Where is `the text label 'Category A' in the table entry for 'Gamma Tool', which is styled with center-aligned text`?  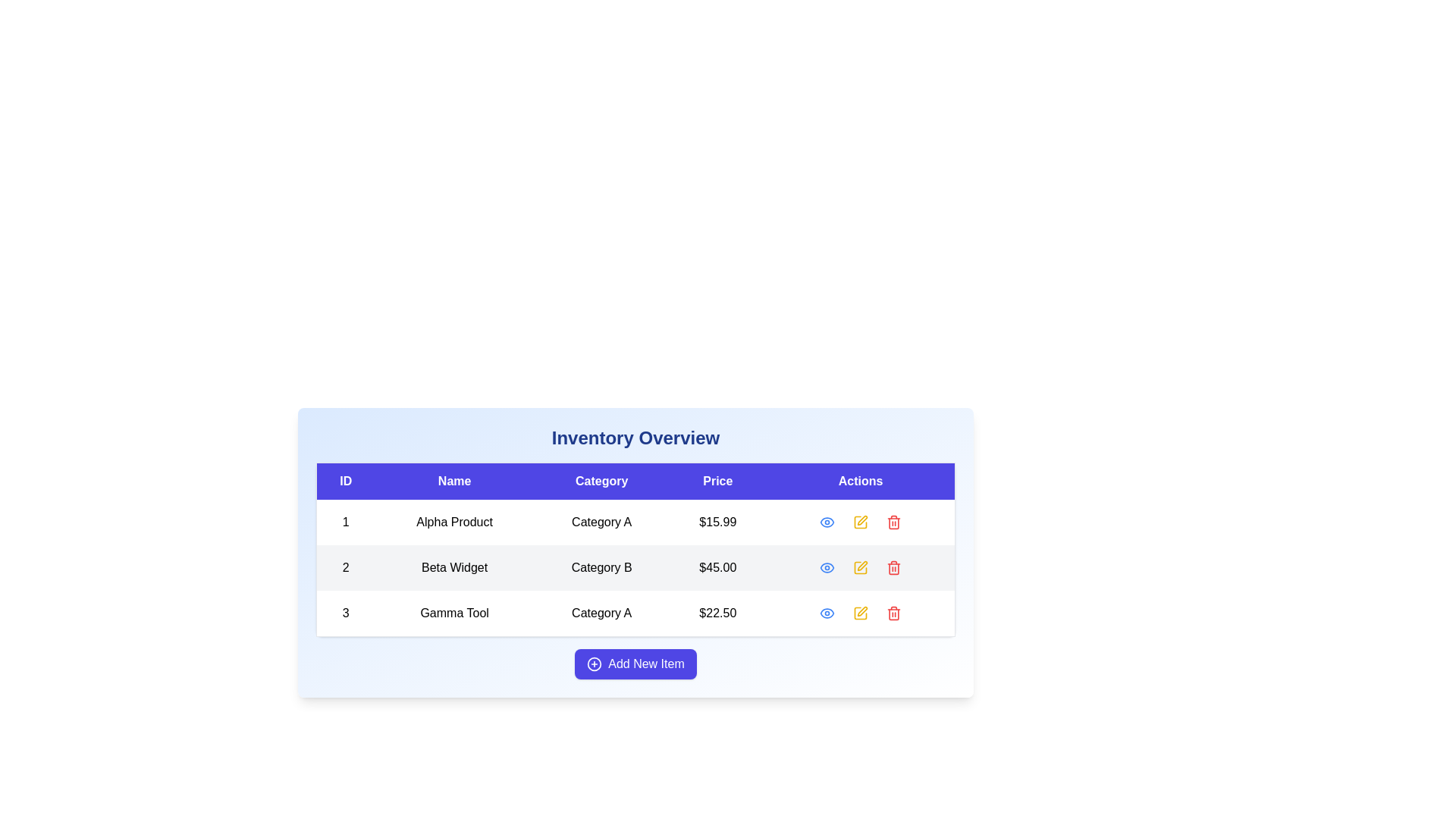 the text label 'Category A' in the table entry for 'Gamma Tool', which is styled with center-aligned text is located at coordinates (601, 613).